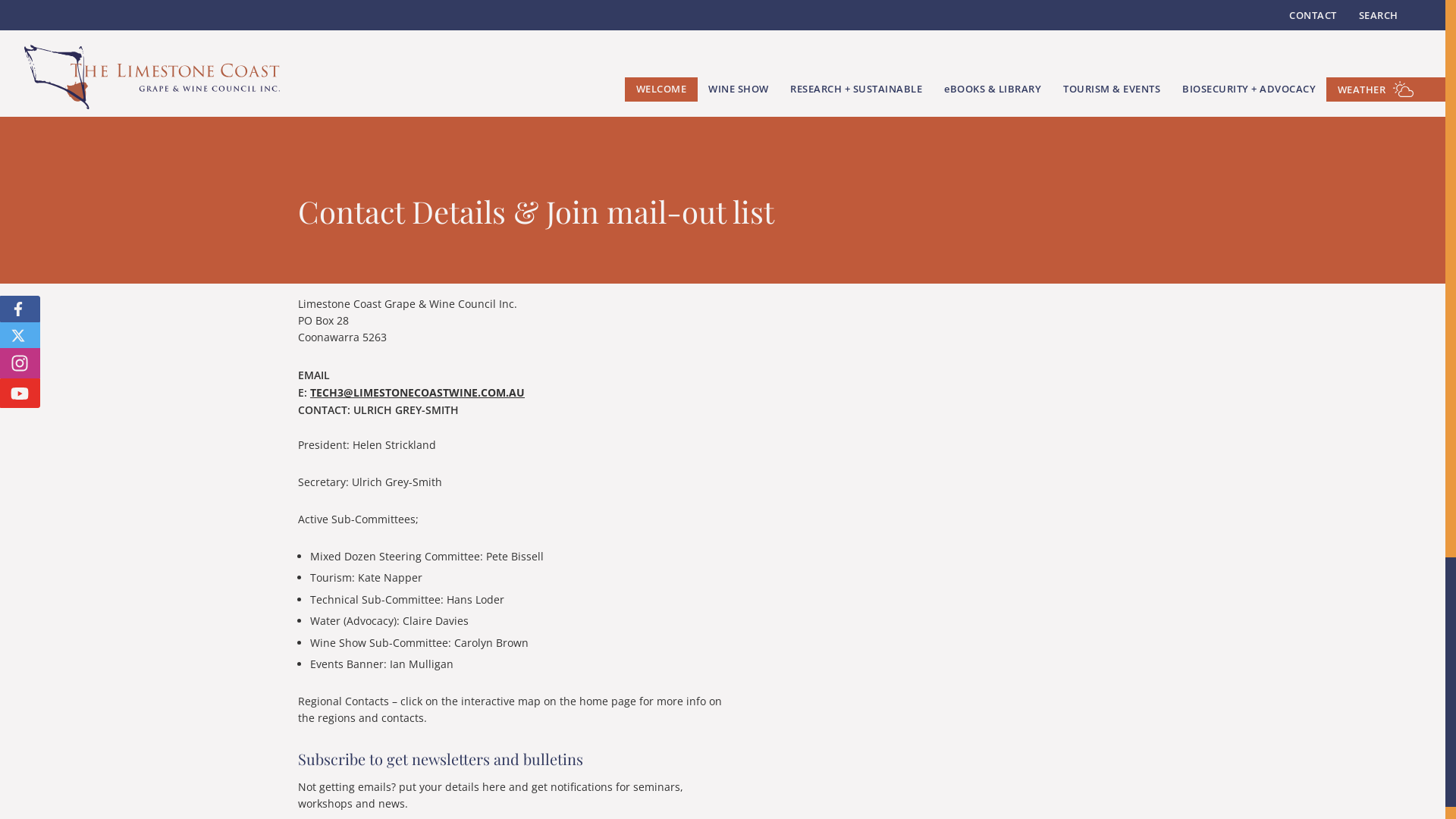  Describe the element at coordinates (20, 363) in the screenshot. I see `'FOLLOW US ON INSTAGRAM'` at that location.